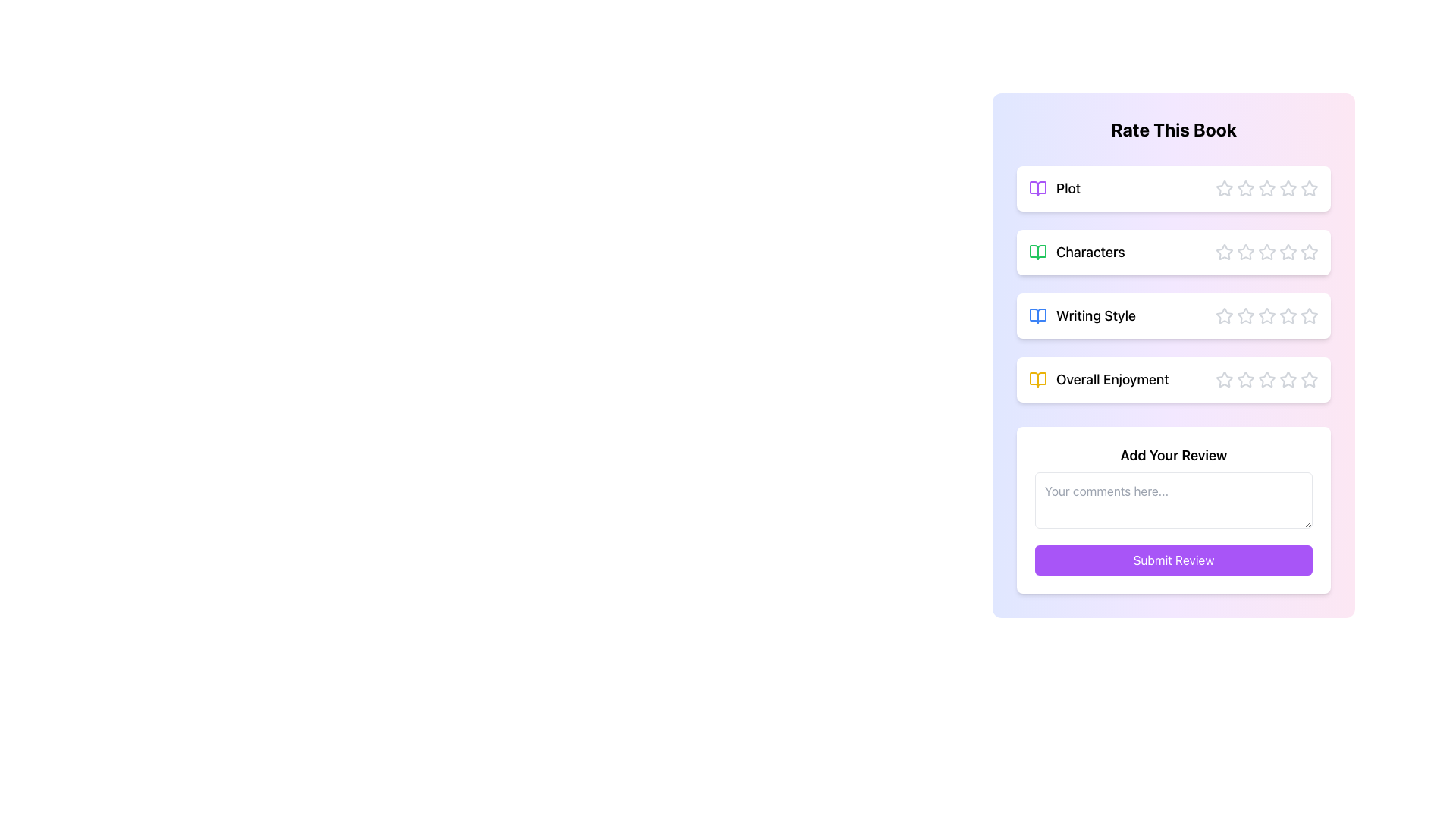 This screenshot has width=1456, height=819. What do you see at coordinates (1076, 251) in the screenshot?
I see `the 'Characters' label with a green book icon, which is the second item in the vertical list under 'Rate This Book'` at bounding box center [1076, 251].